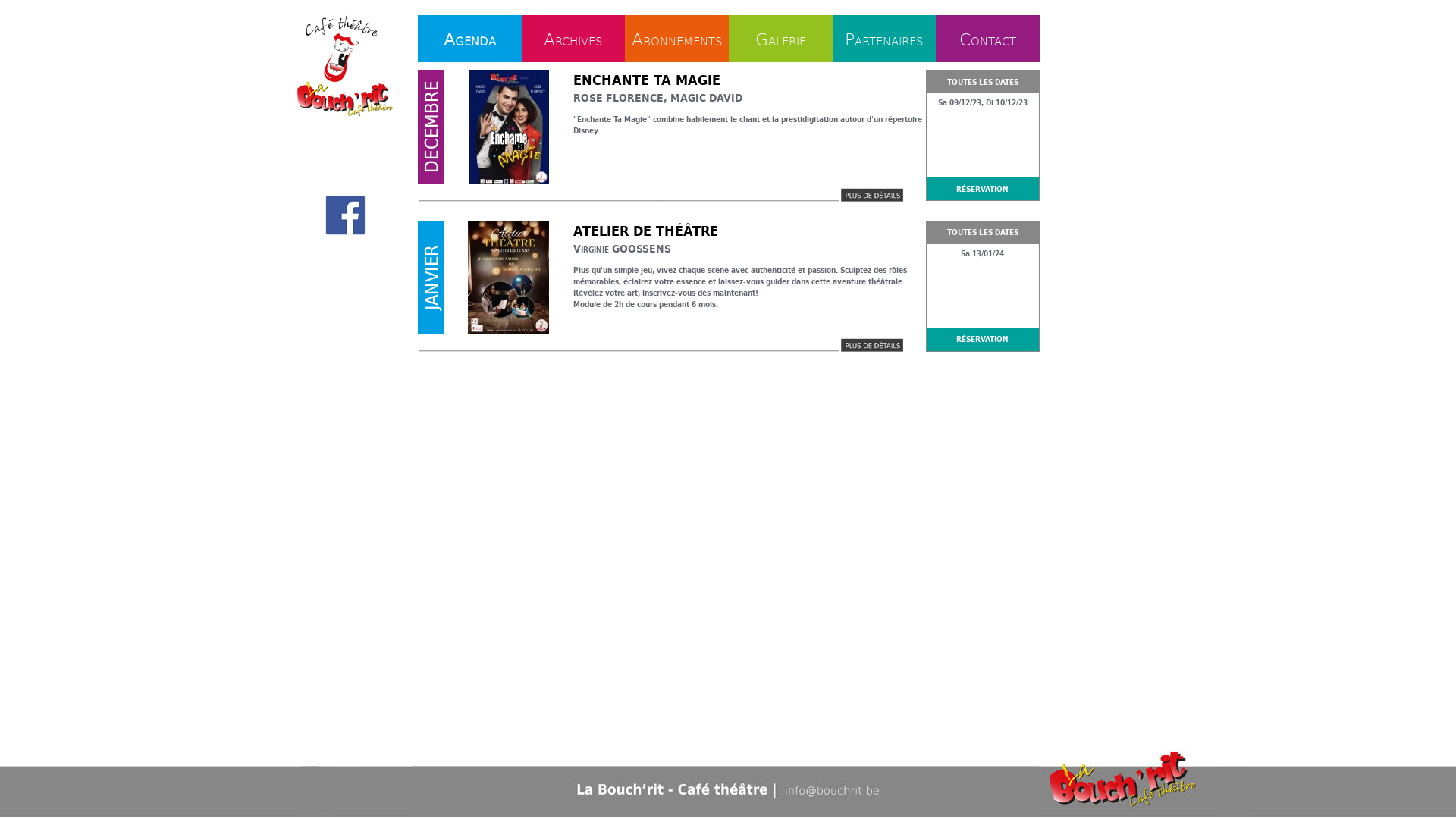  What do you see at coordinates (572, 37) in the screenshot?
I see `'Archives'` at bounding box center [572, 37].